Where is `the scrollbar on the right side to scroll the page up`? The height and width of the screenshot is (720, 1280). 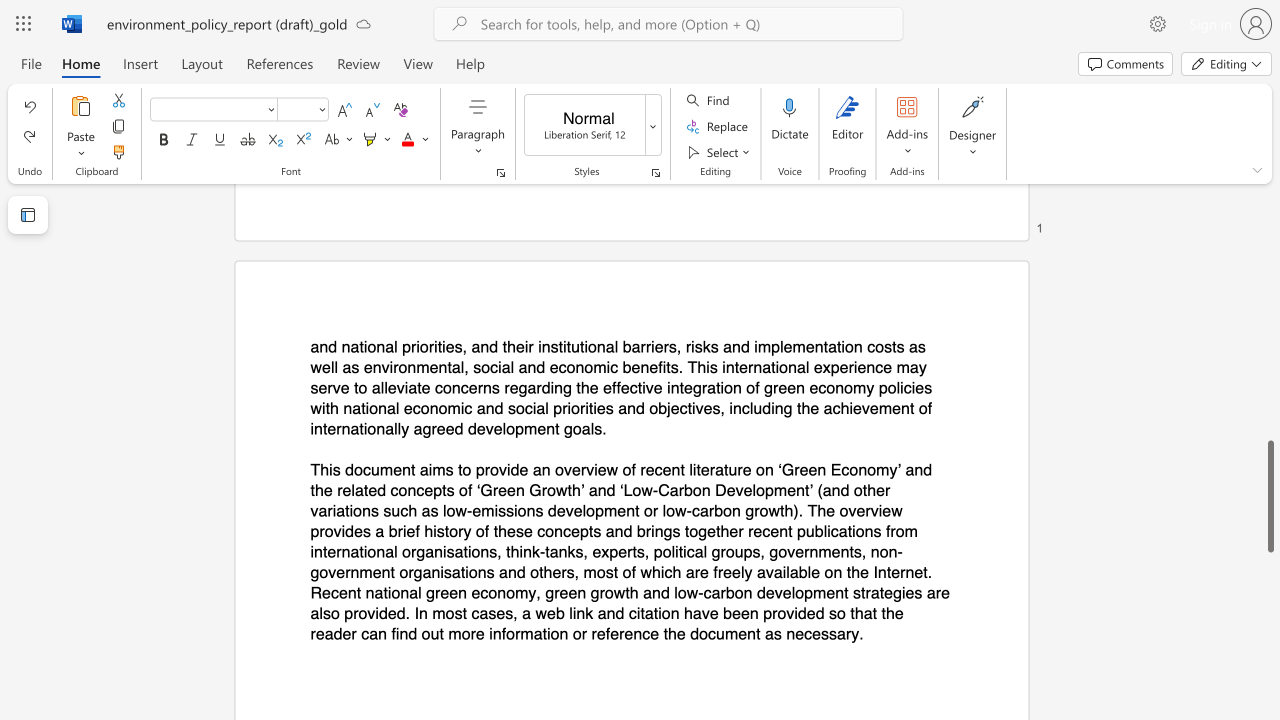 the scrollbar on the right side to scroll the page up is located at coordinates (1269, 220).